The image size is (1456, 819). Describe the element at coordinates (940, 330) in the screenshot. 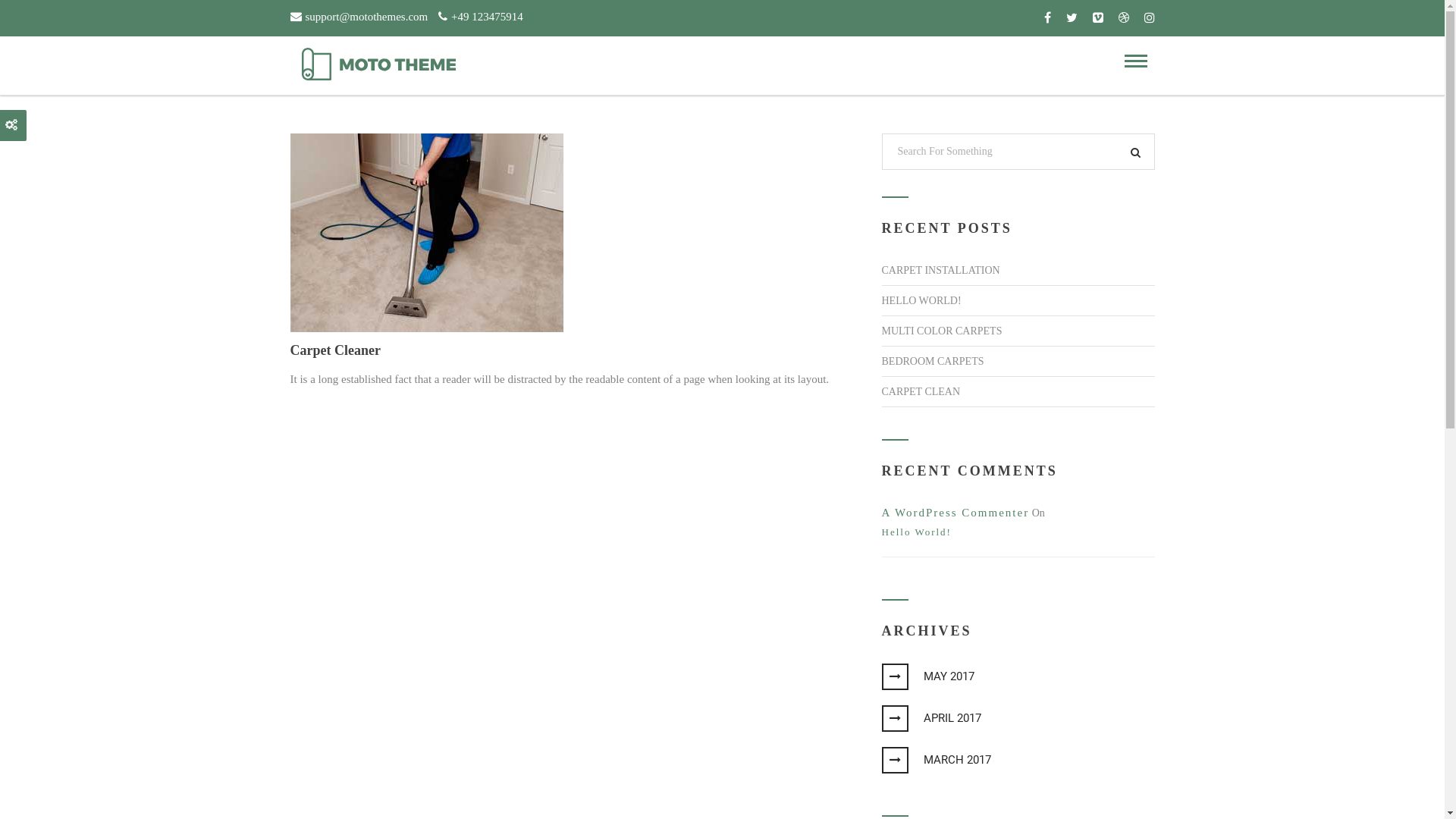

I see `'MULTI COLOR CARPETS'` at that location.